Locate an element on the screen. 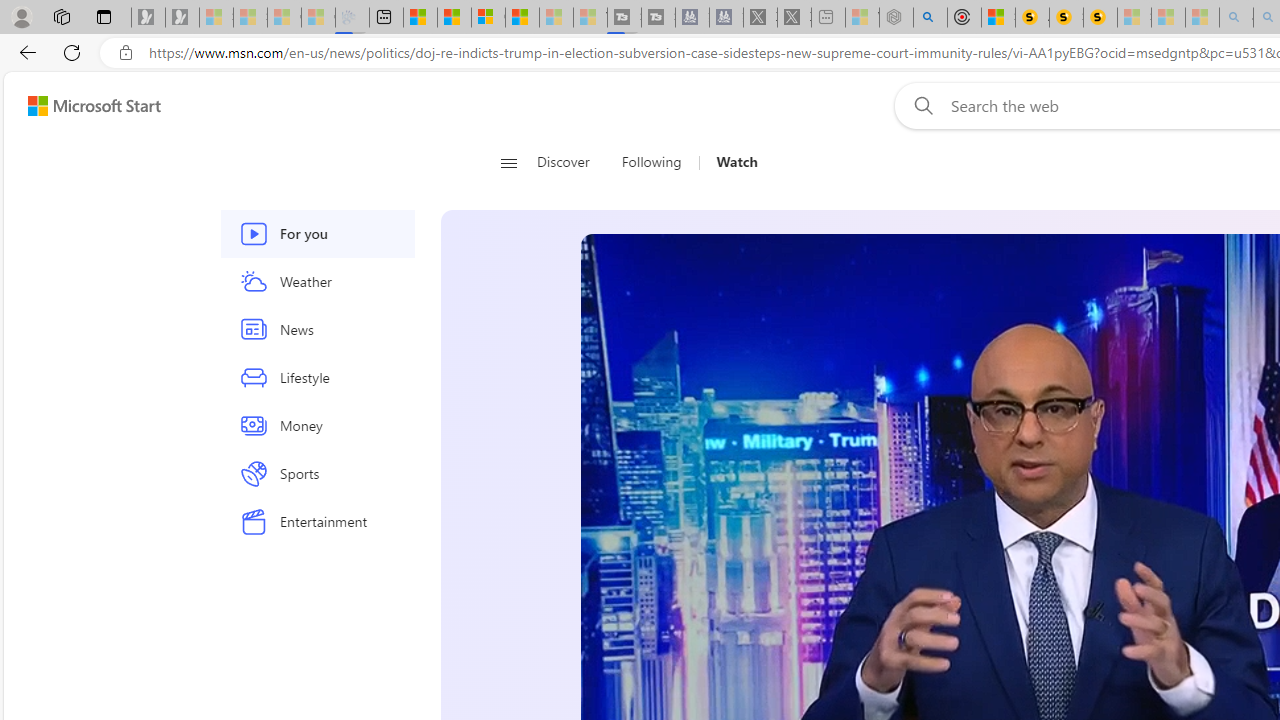 This screenshot has width=1280, height=720. 'poe - Search' is located at coordinates (929, 17).